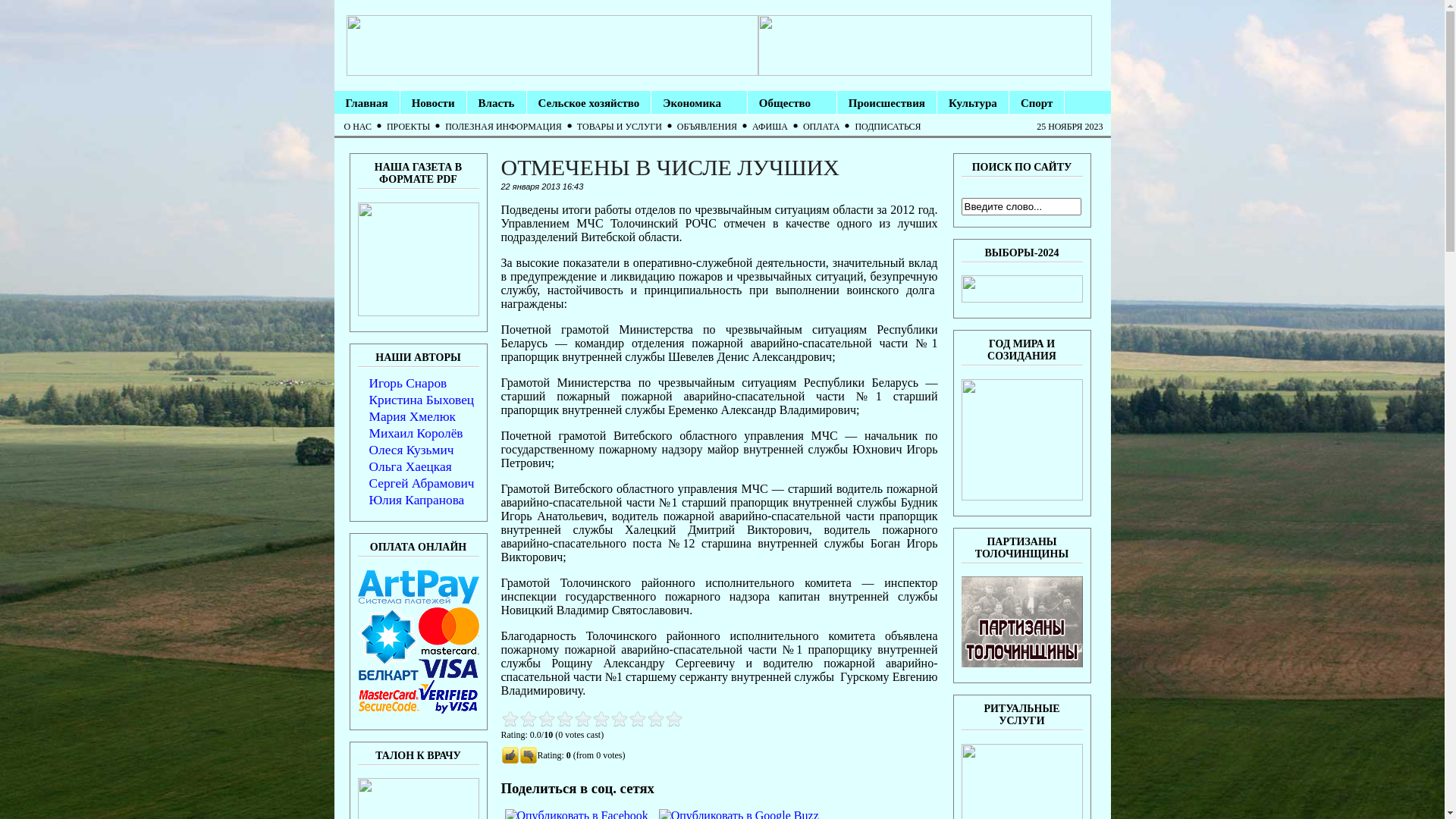  What do you see at coordinates (582, 718) in the screenshot?
I see `'9 / 10'` at bounding box center [582, 718].